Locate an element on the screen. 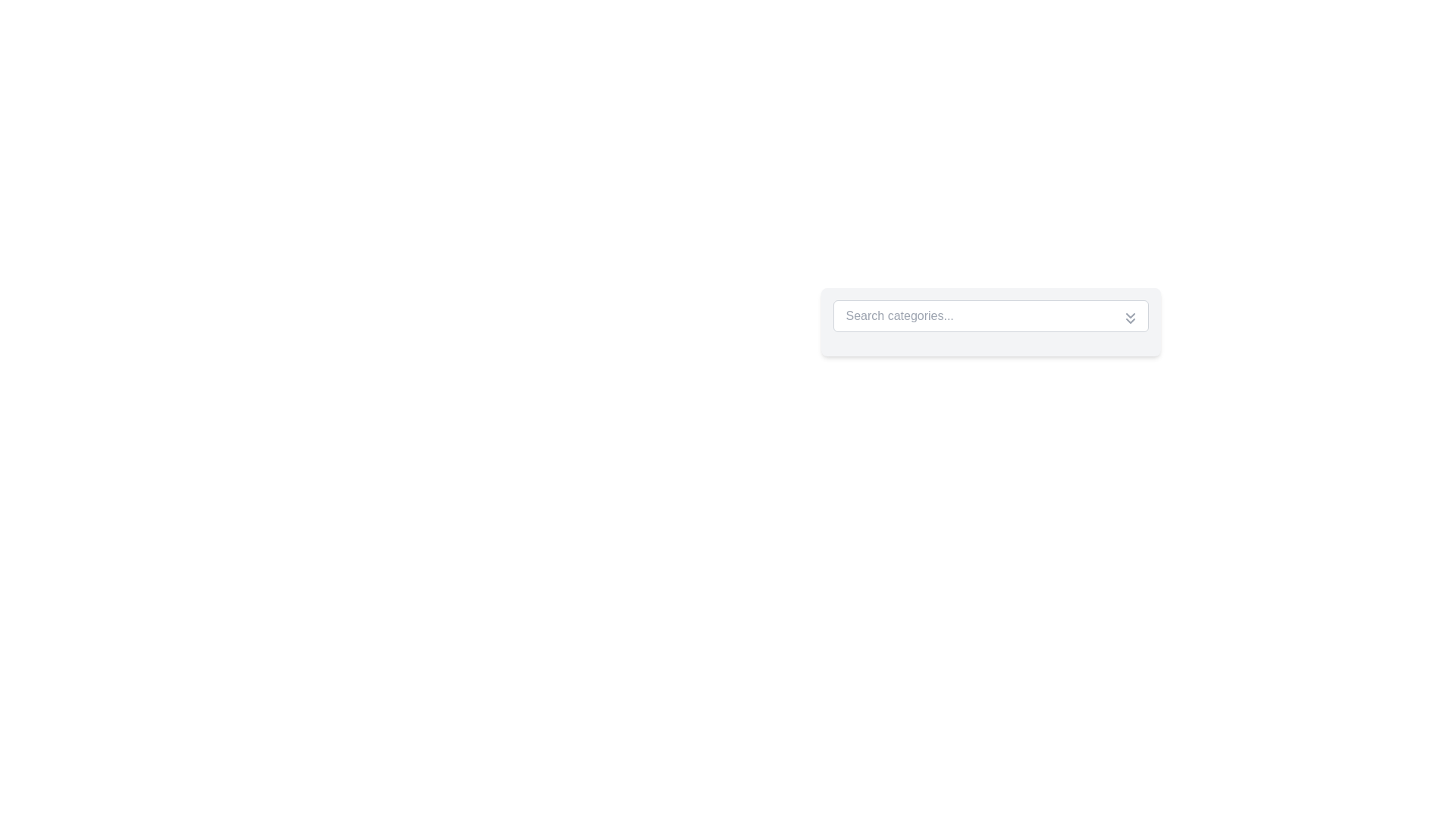  the SVG icon of two stacked downward-facing chevrons located inside the search input field labeled 'Search categories...' is located at coordinates (1130, 318).